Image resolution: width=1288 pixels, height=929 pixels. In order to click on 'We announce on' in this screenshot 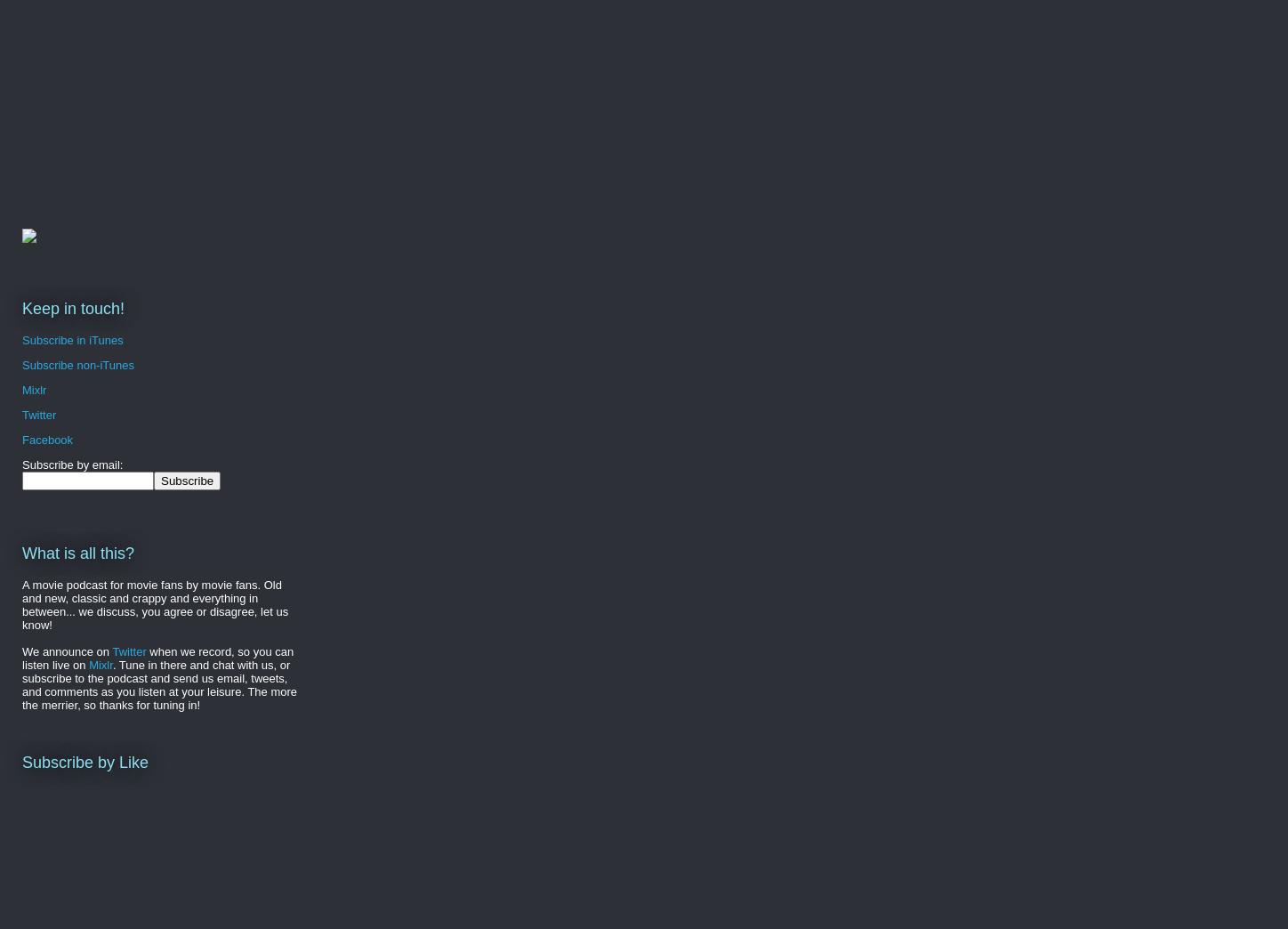, I will do `click(67, 650)`.